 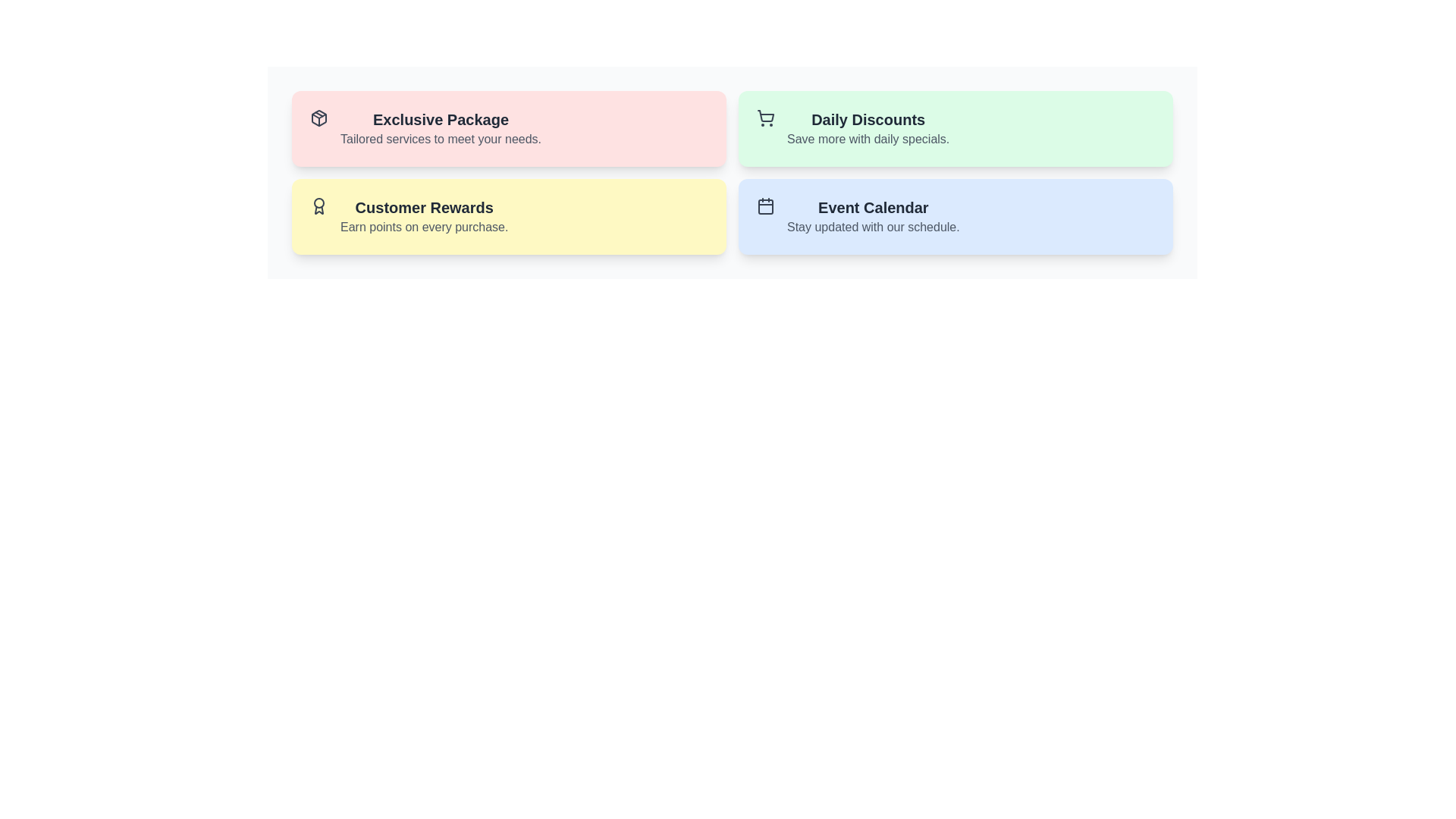 What do you see at coordinates (424, 216) in the screenshot?
I see `the text block that contains 'Customer Rewards' and 'Earn points on every purchase.' positioned on a yellow rounded rectangle card in the second row, first column of the grid layout` at bounding box center [424, 216].